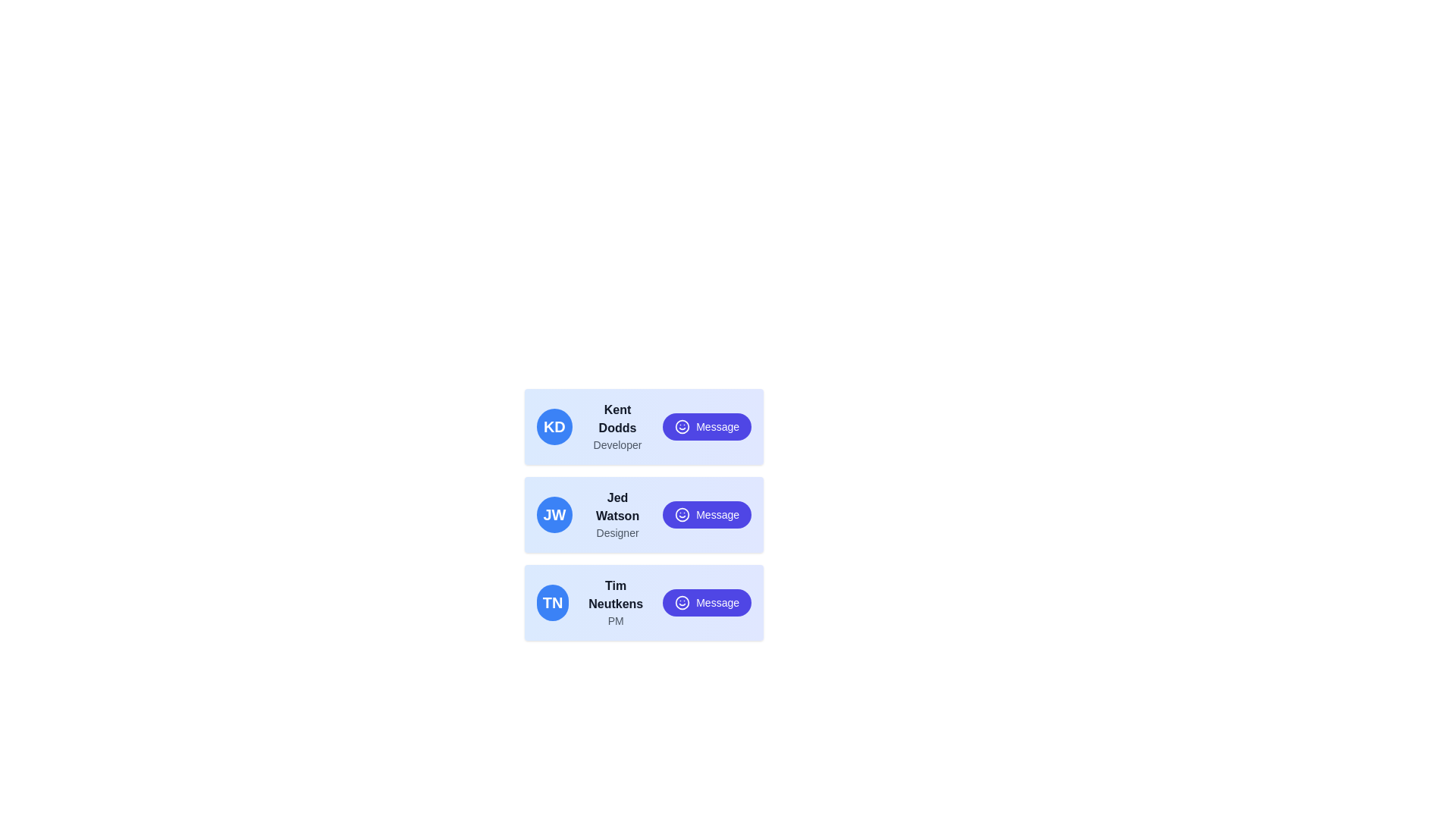 This screenshot has width=1456, height=819. I want to click on the rounded purple button labeled 'Message' with a smiley face icon in the upper right area of the second card containing 'Jed Watson', to initiate the messaging action, so click(706, 513).